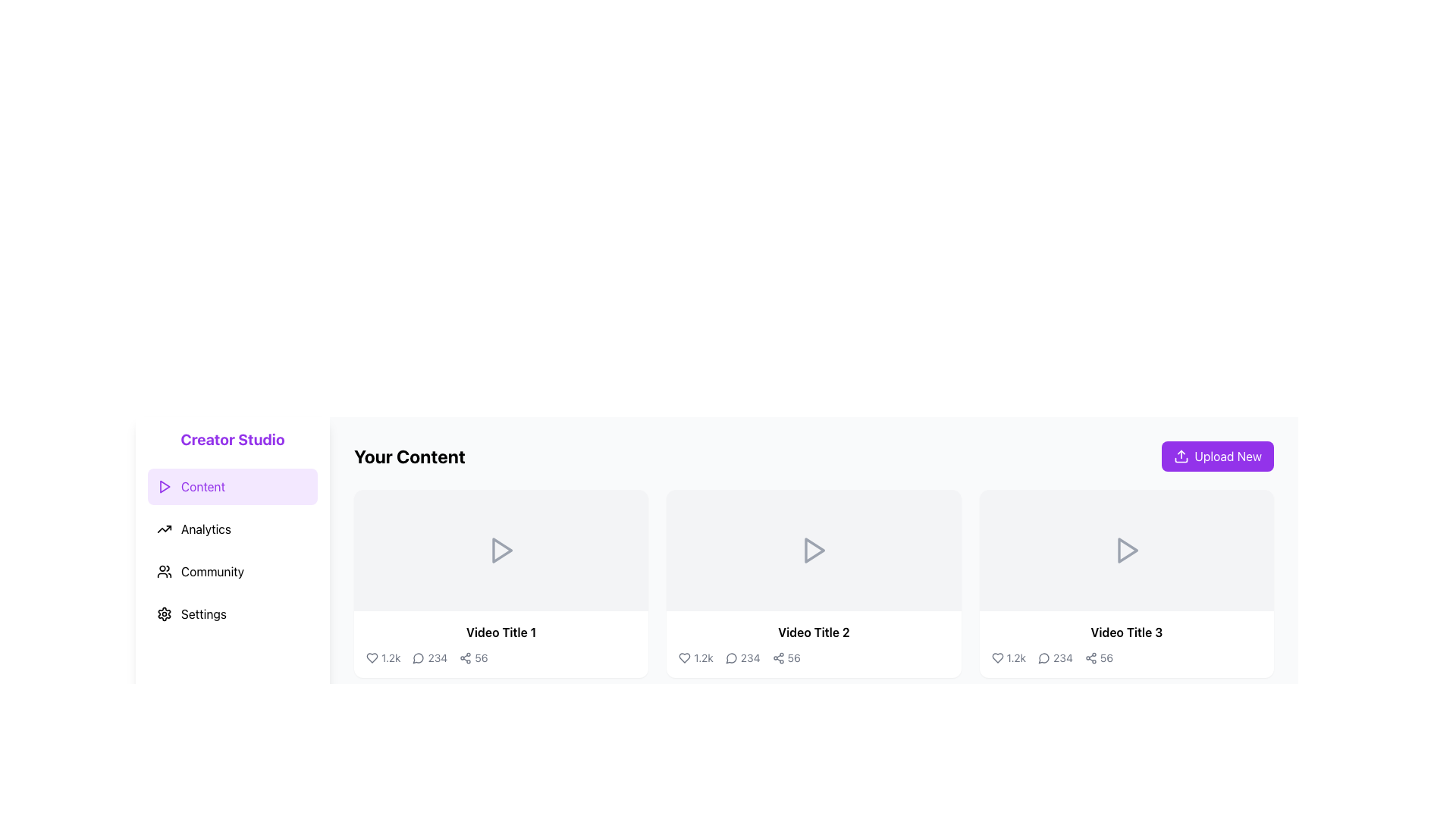 This screenshot has width=1456, height=819. What do you see at coordinates (502, 550) in the screenshot?
I see `the play button located at the center of the first video card in the 'Your Content' section` at bounding box center [502, 550].